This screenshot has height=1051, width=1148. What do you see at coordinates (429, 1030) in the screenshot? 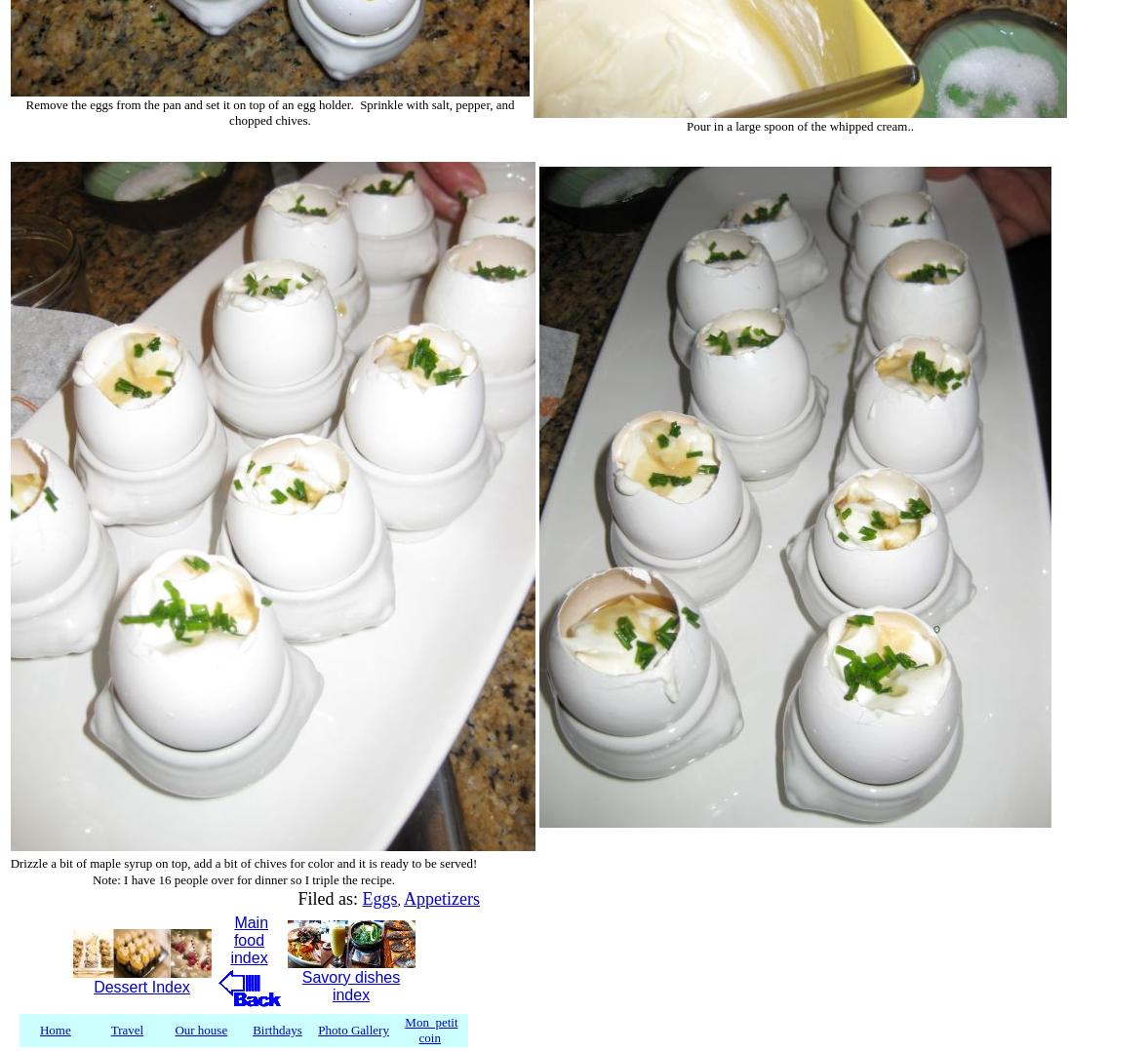
I see `'Mon  
    petit coin'` at bounding box center [429, 1030].